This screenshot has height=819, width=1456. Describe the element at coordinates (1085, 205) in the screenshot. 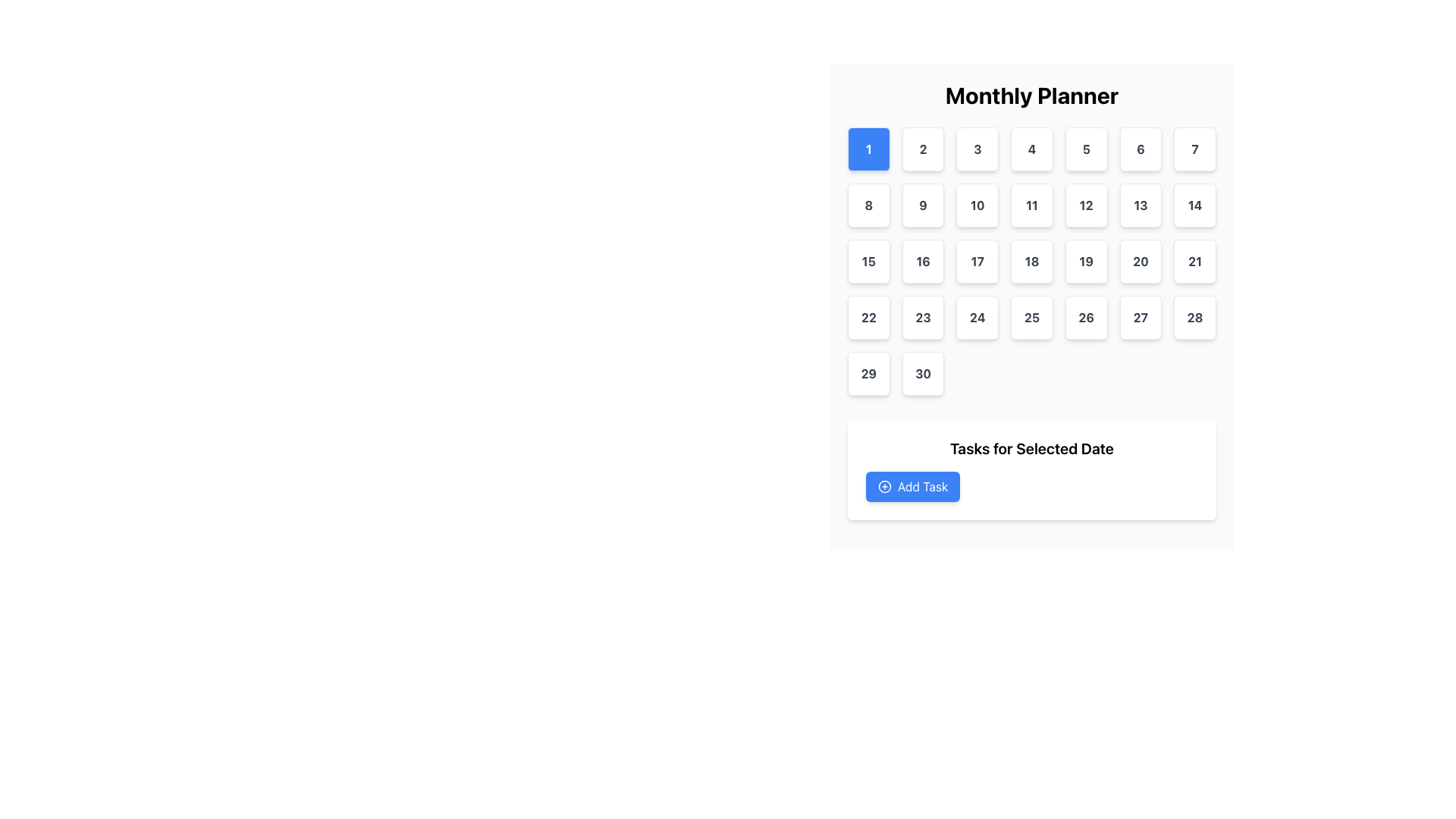

I see `the button displaying the number '12' in bold, centered text with a white background and rounded corners` at that location.